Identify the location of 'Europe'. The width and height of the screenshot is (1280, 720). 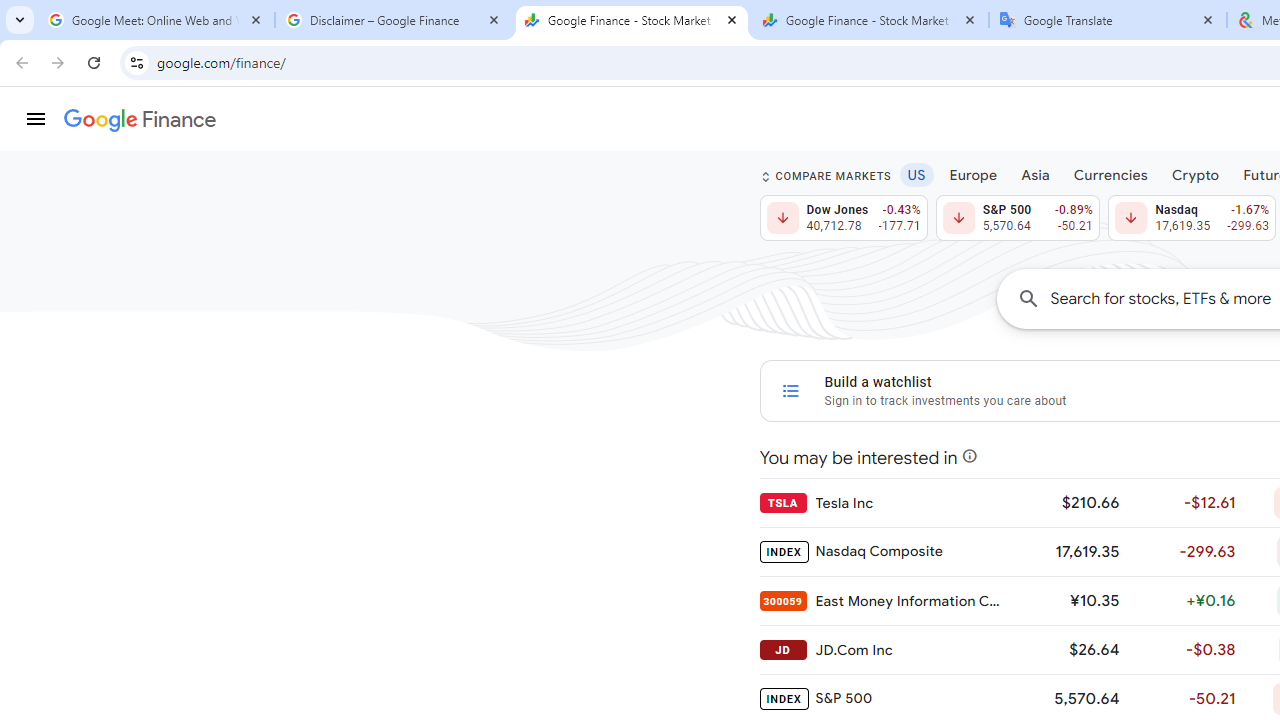
(973, 173).